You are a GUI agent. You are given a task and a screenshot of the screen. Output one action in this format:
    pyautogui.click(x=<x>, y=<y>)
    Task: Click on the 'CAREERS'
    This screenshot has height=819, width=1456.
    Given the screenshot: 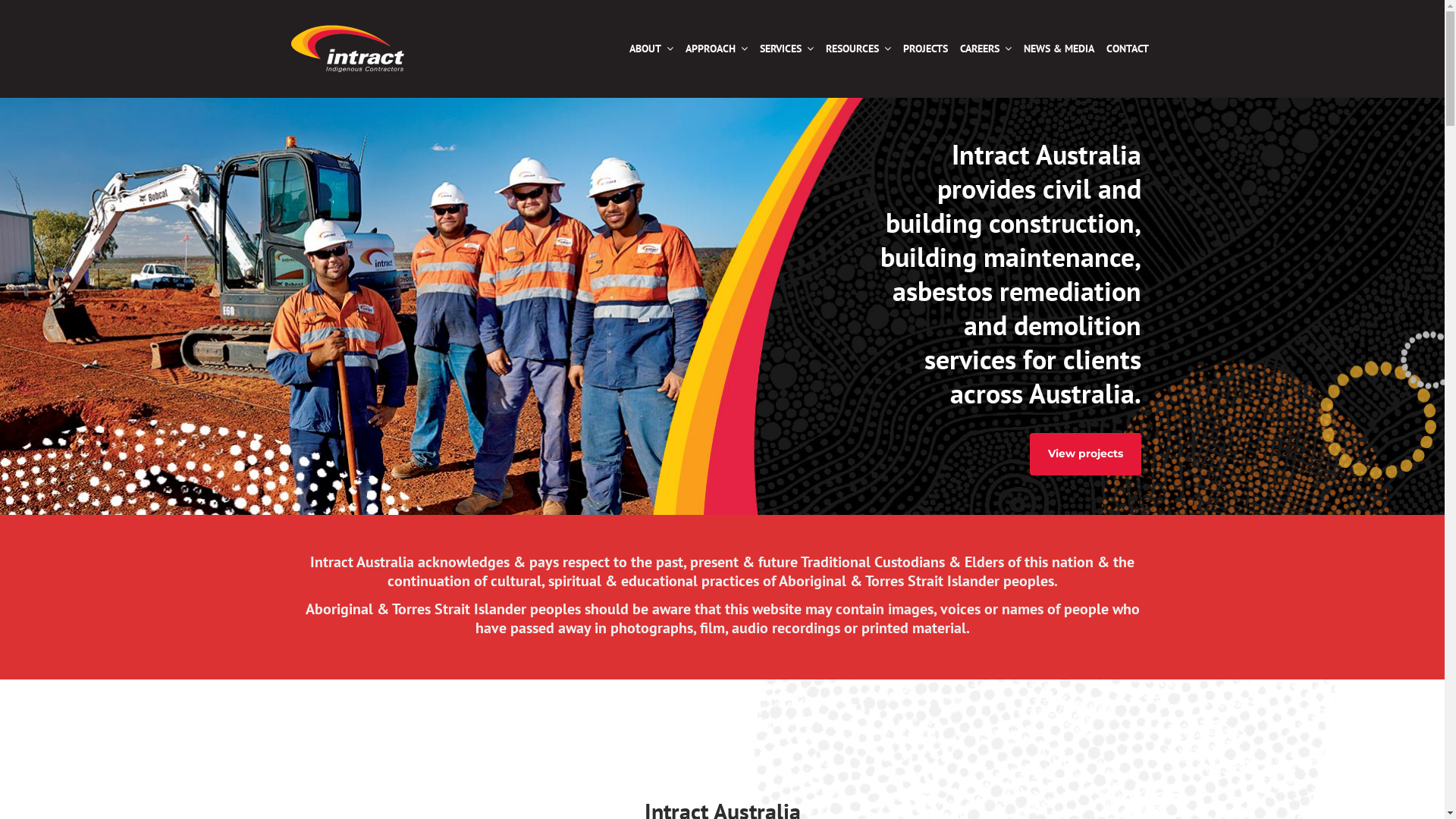 What is the action you would take?
    pyautogui.click(x=952, y=48)
    